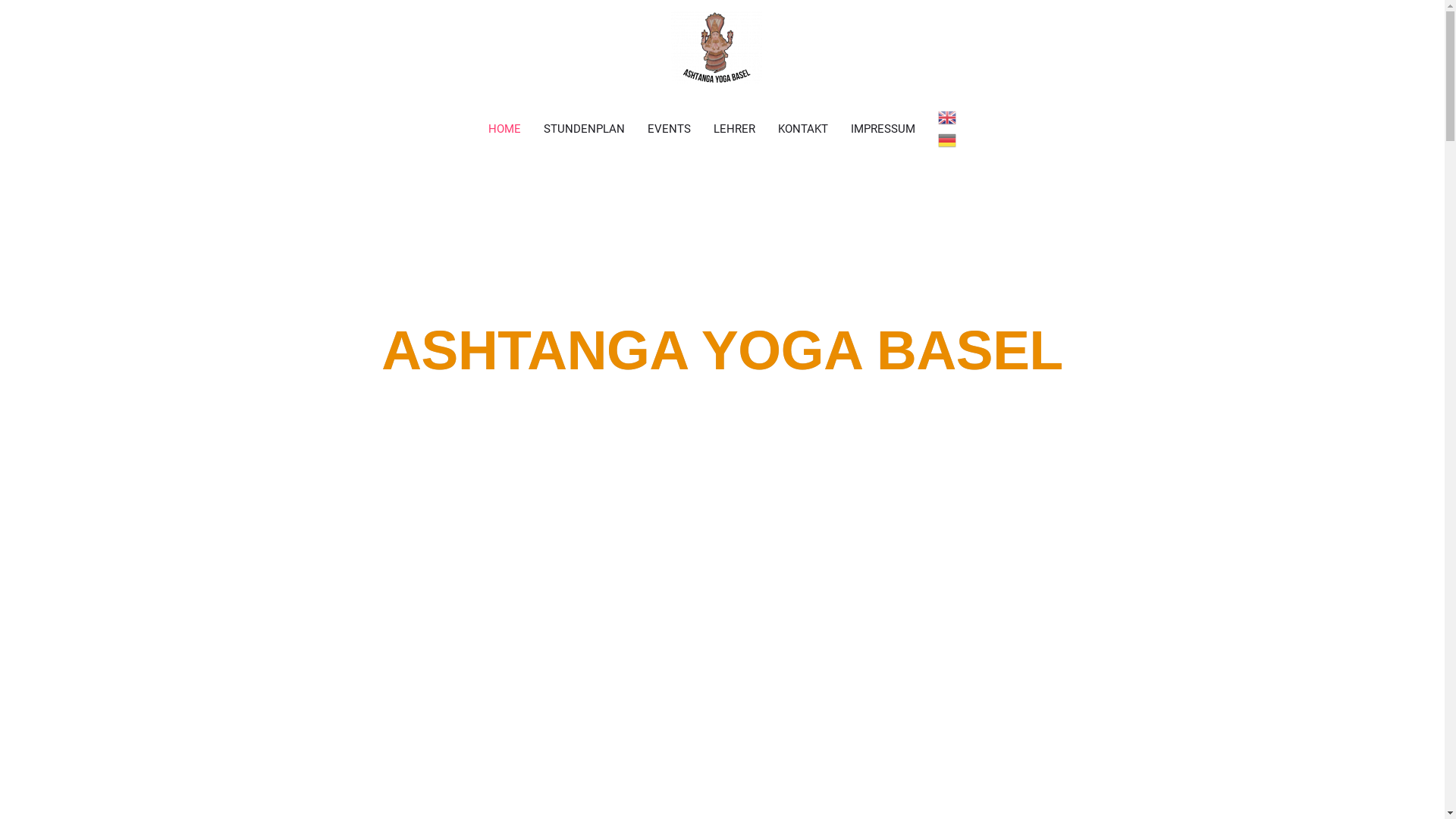  Describe the element at coordinates (583, 127) in the screenshot. I see `'STUNDENPLAN'` at that location.